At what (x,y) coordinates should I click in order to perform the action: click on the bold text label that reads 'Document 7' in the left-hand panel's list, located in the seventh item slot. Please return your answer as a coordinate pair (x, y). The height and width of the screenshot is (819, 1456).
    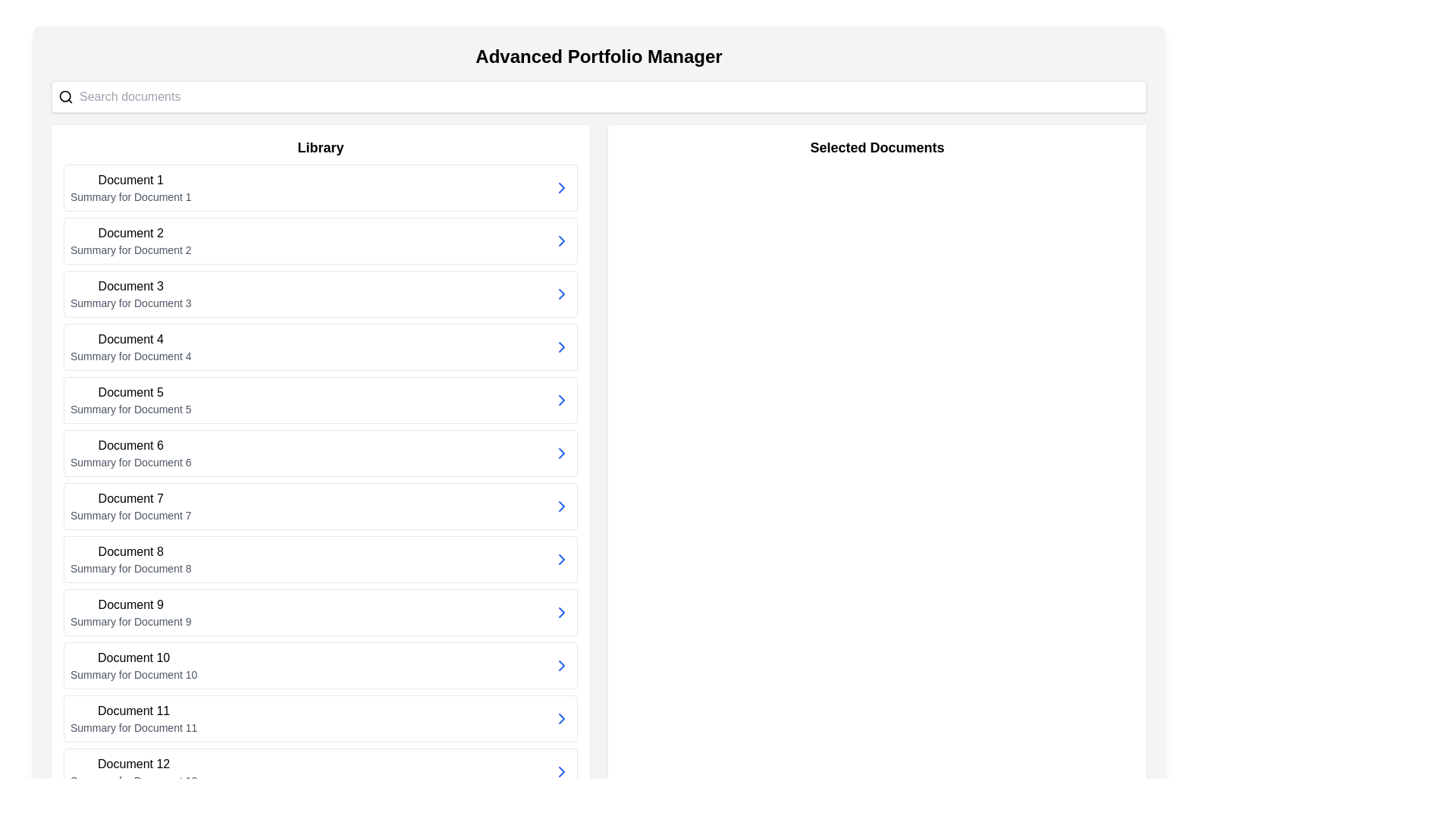
    Looking at the image, I should click on (130, 499).